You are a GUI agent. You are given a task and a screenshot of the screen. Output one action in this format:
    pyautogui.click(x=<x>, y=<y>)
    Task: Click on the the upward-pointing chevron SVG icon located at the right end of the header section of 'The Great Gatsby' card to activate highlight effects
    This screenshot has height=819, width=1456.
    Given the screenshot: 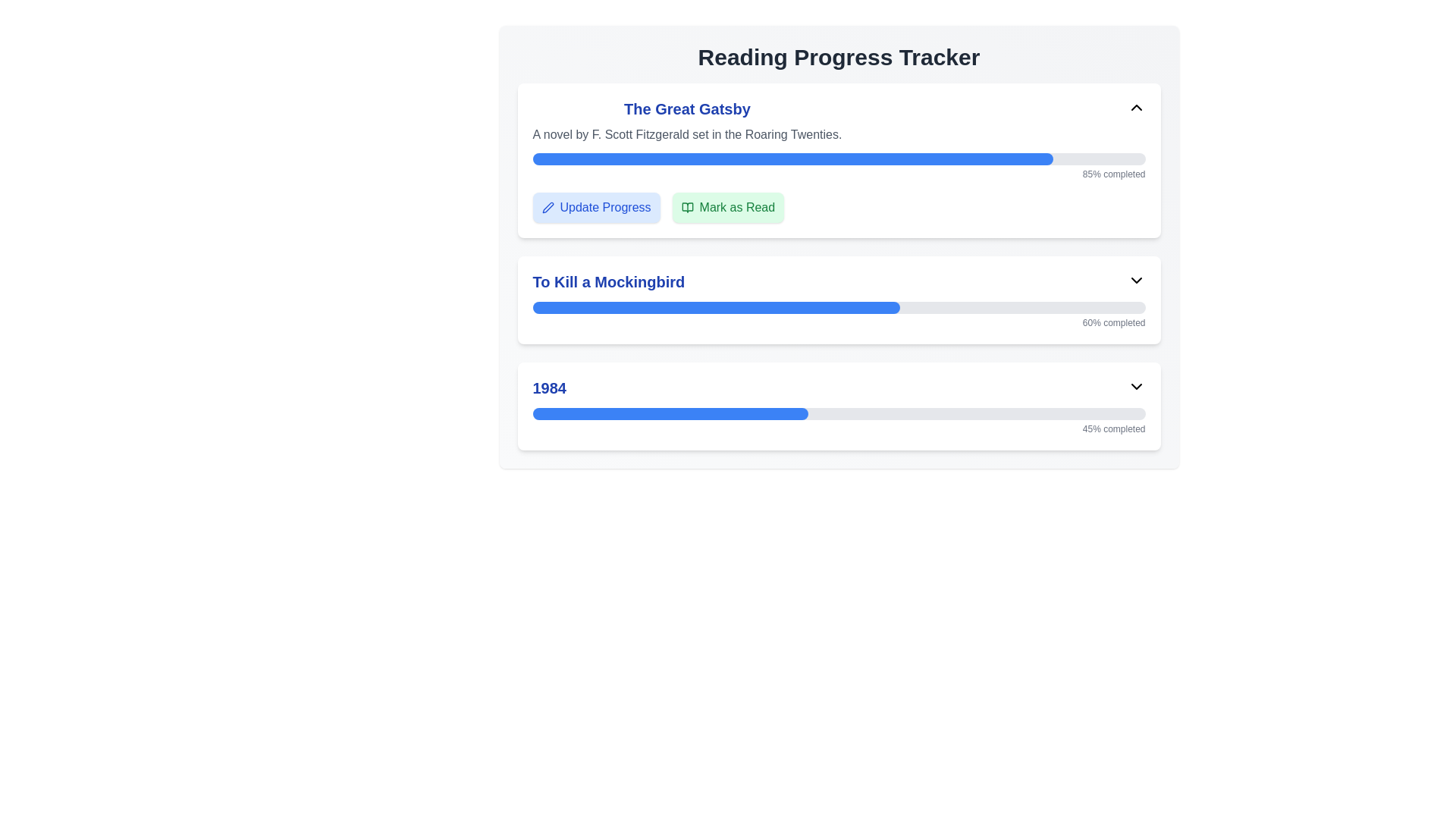 What is the action you would take?
    pyautogui.click(x=1136, y=107)
    